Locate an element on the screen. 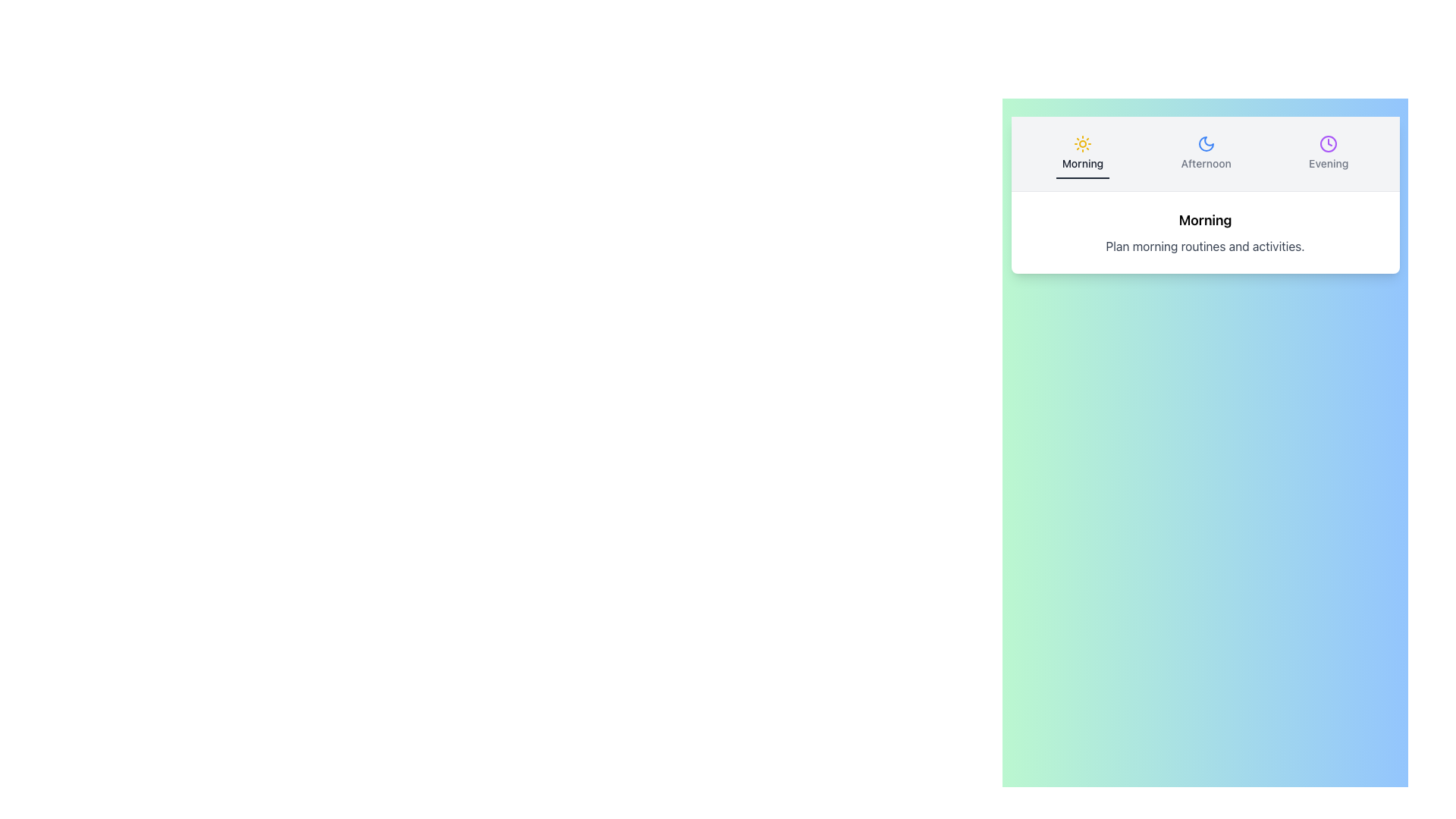 The image size is (1456, 819). the 'Afternoon' button, which features a blue crescent moon icon above the text 'Afternoon', located in the navigation section between 'Morning' and 'Evening' is located at coordinates (1205, 154).